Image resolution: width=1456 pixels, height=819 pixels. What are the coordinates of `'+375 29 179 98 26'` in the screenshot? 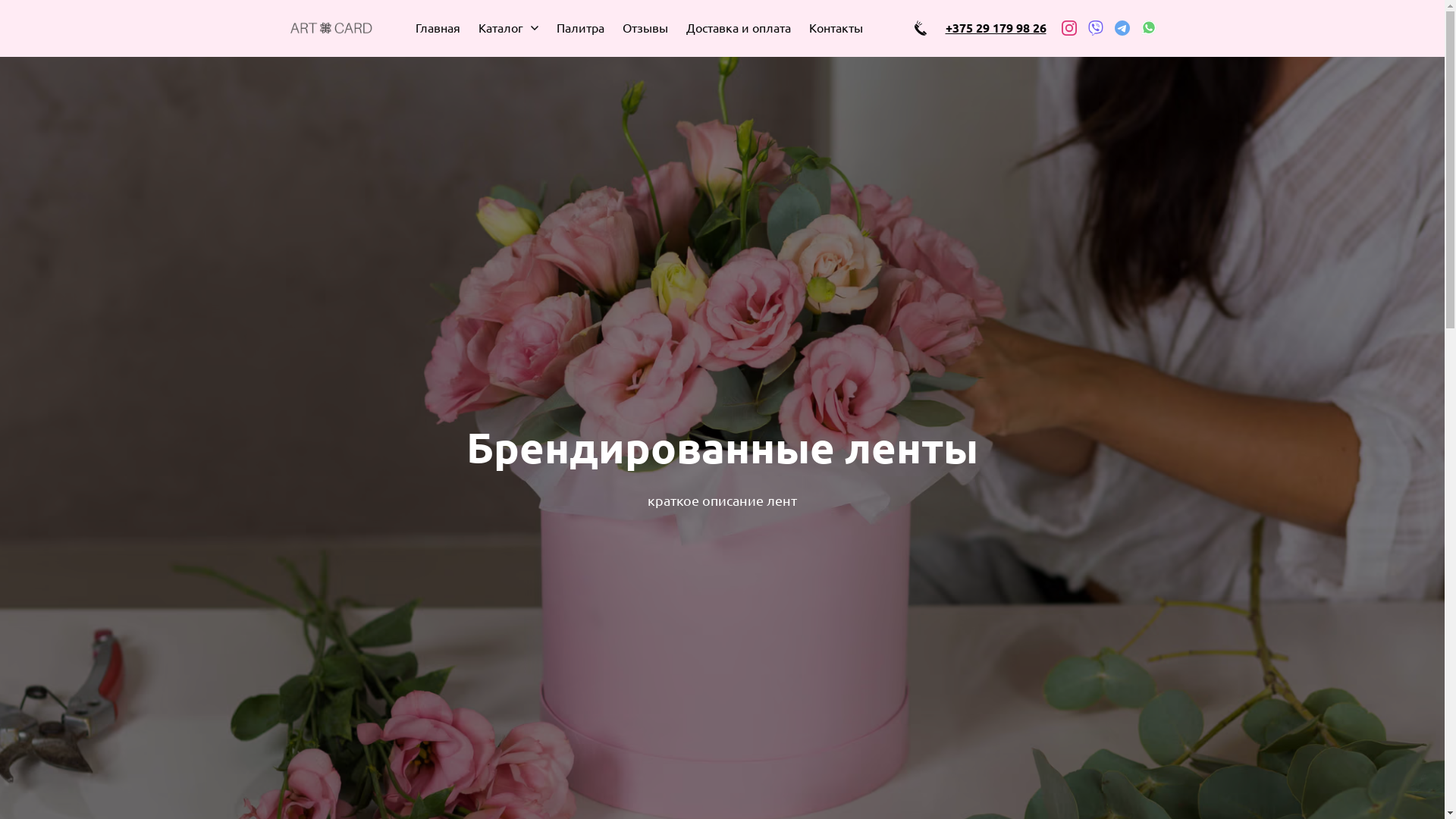 It's located at (995, 27).